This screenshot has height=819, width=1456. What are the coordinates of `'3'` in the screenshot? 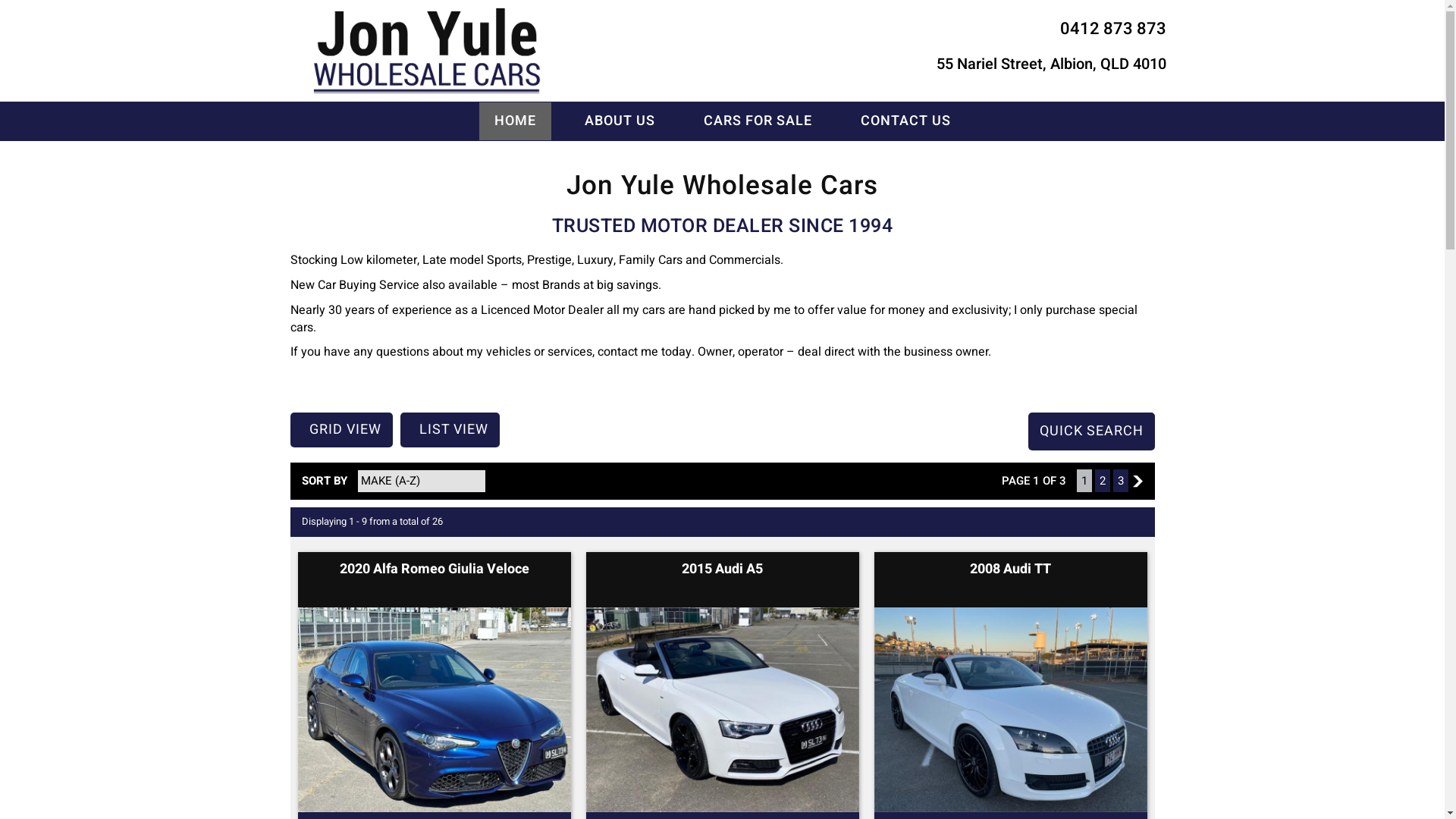 It's located at (1121, 480).